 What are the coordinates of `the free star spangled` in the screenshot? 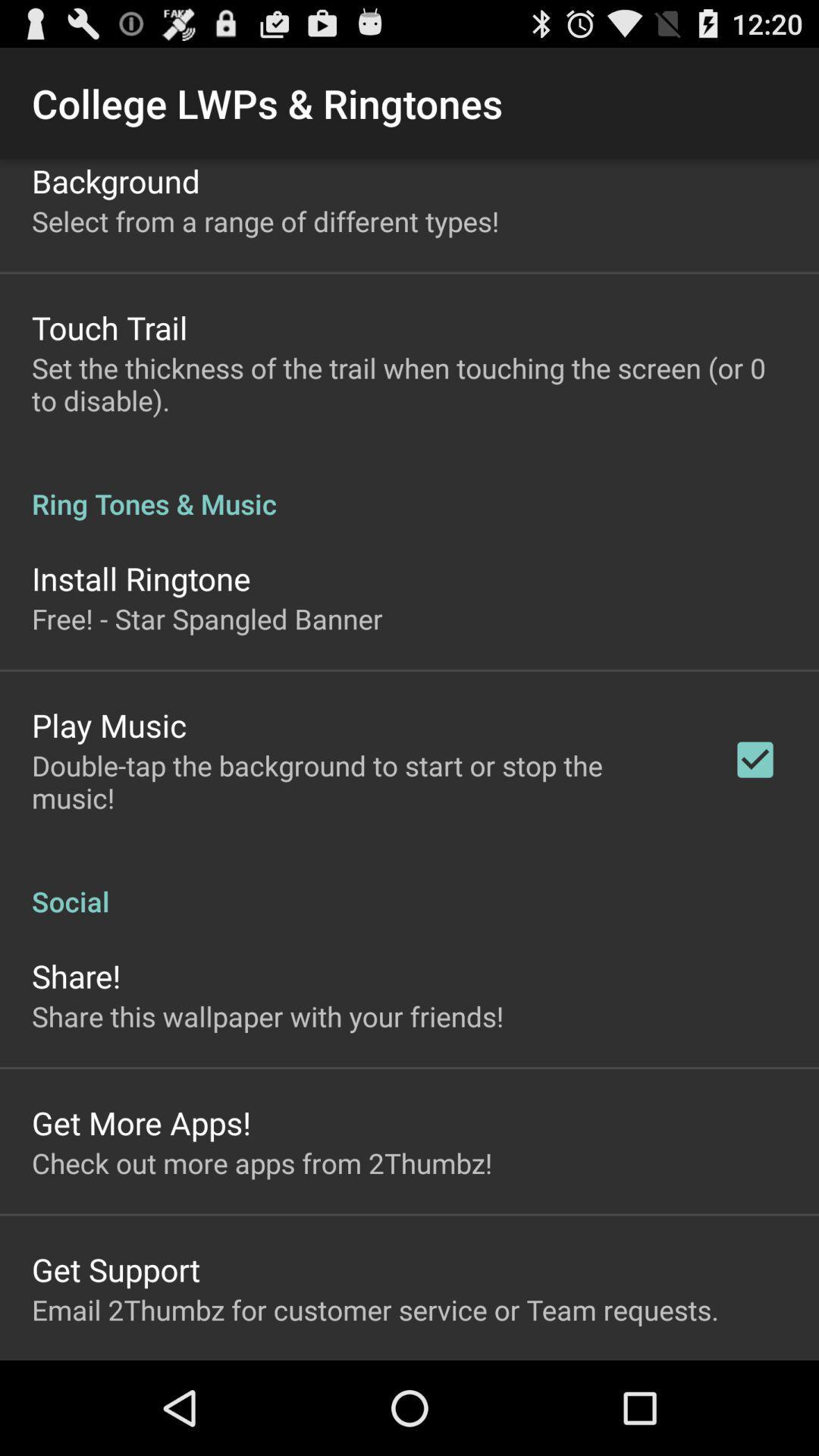 It's located at (207, 619).